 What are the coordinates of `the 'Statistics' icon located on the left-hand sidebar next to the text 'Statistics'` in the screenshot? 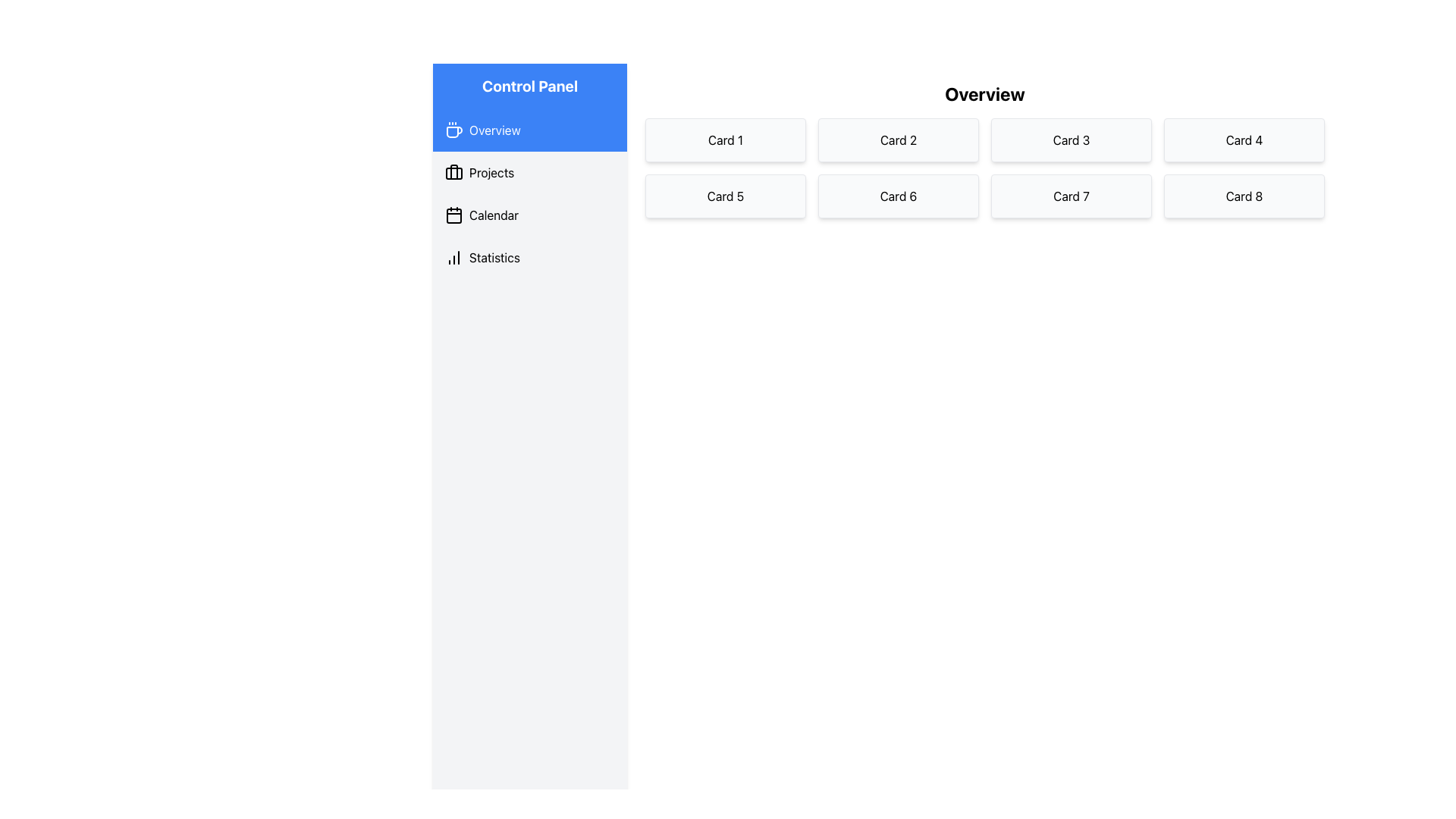 It's located at (453, 256).